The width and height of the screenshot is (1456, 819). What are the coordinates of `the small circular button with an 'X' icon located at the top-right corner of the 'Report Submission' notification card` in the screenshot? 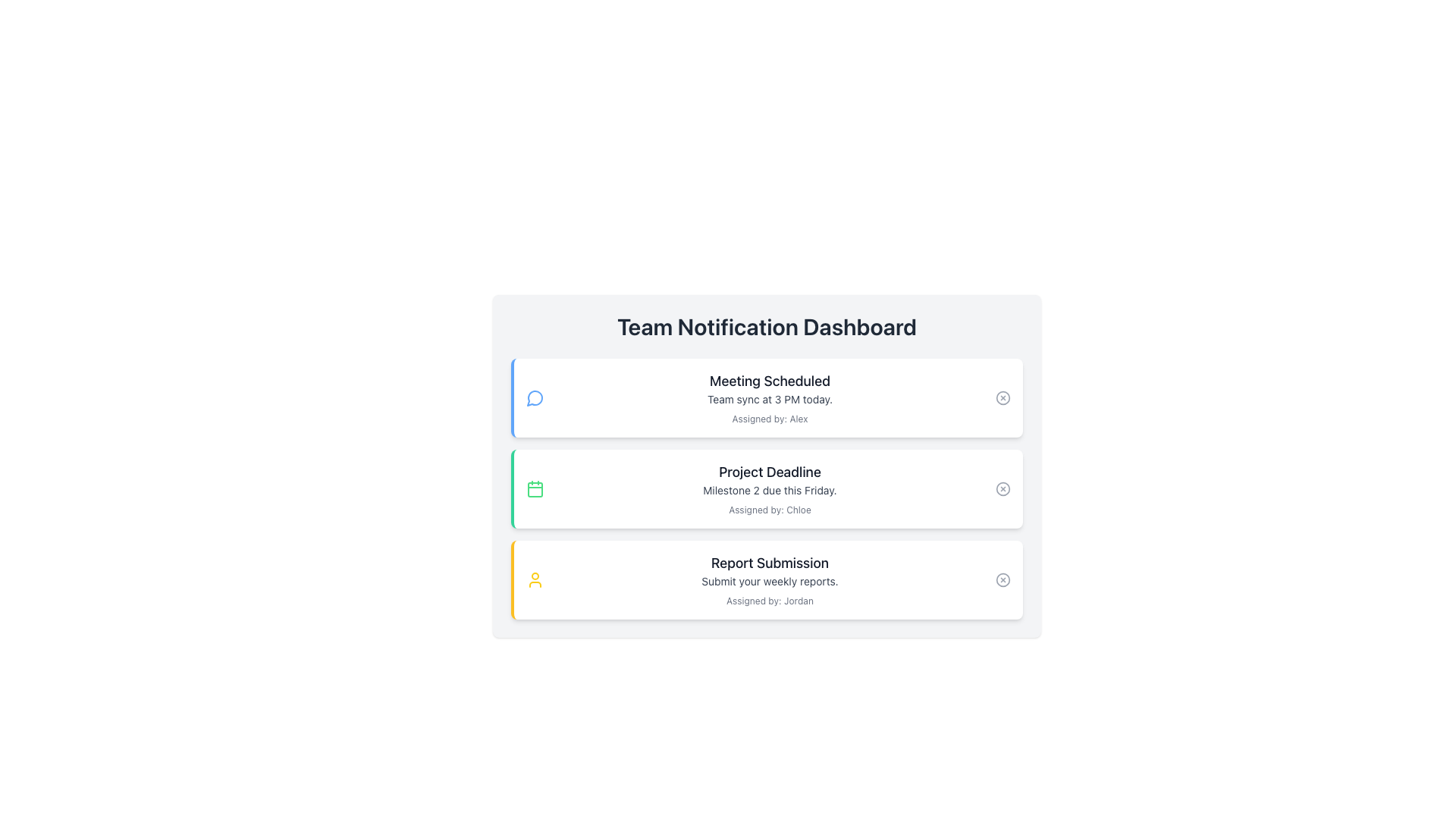 It's located at (1003, 579).